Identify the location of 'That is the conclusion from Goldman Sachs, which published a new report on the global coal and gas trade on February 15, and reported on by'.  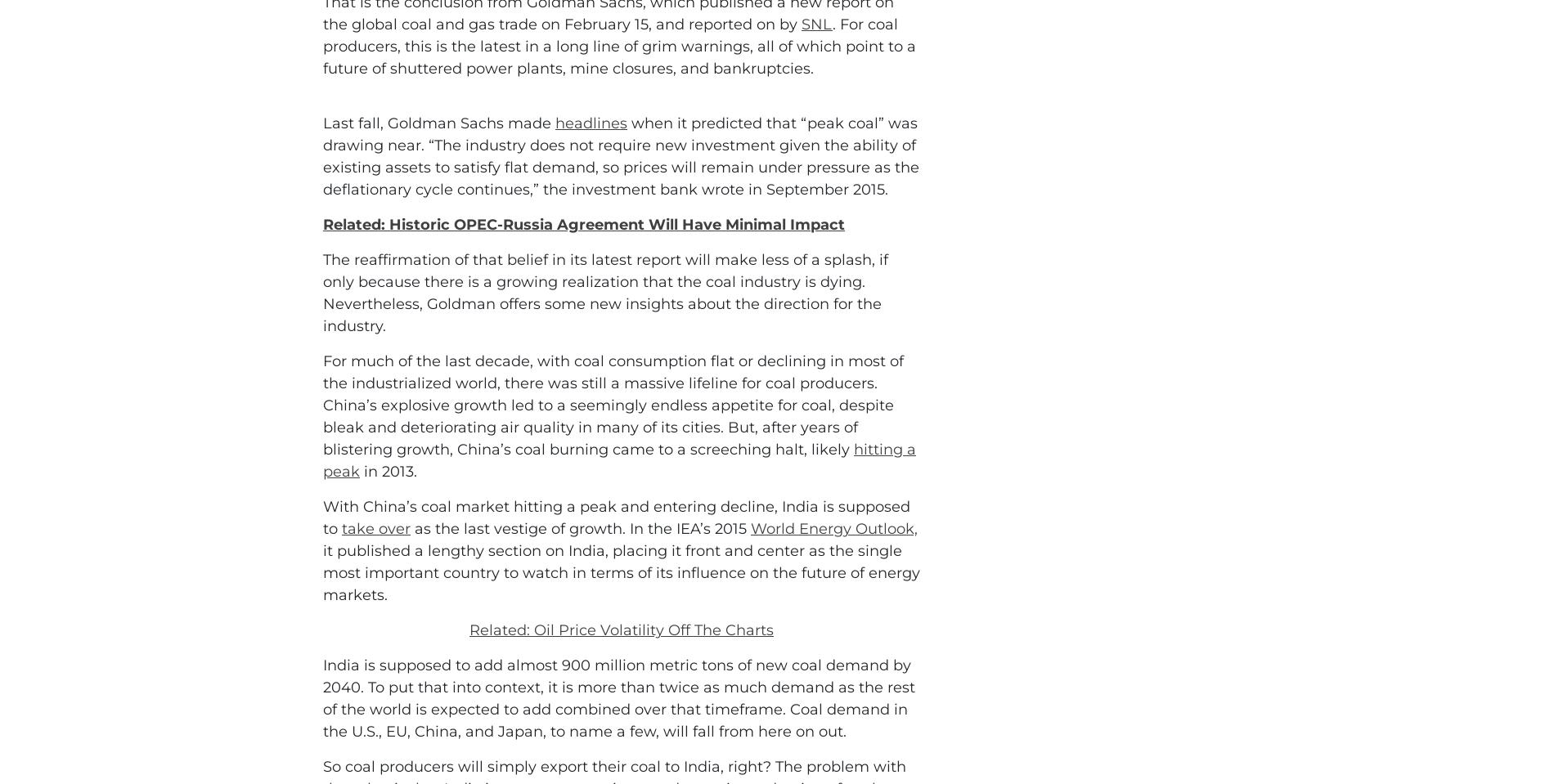
(608, 87).